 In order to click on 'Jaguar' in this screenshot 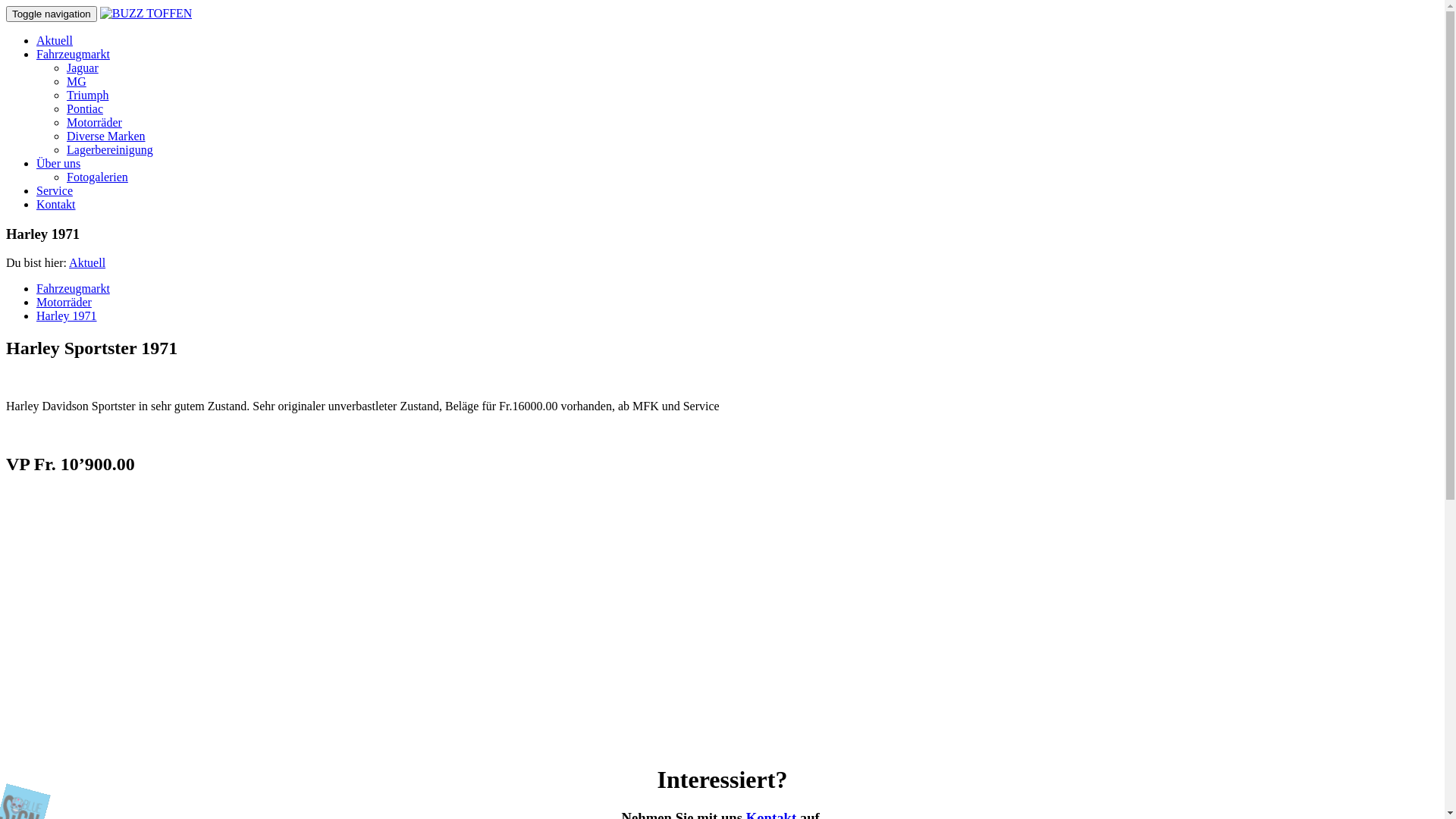, I will do `click(82, 67)`.